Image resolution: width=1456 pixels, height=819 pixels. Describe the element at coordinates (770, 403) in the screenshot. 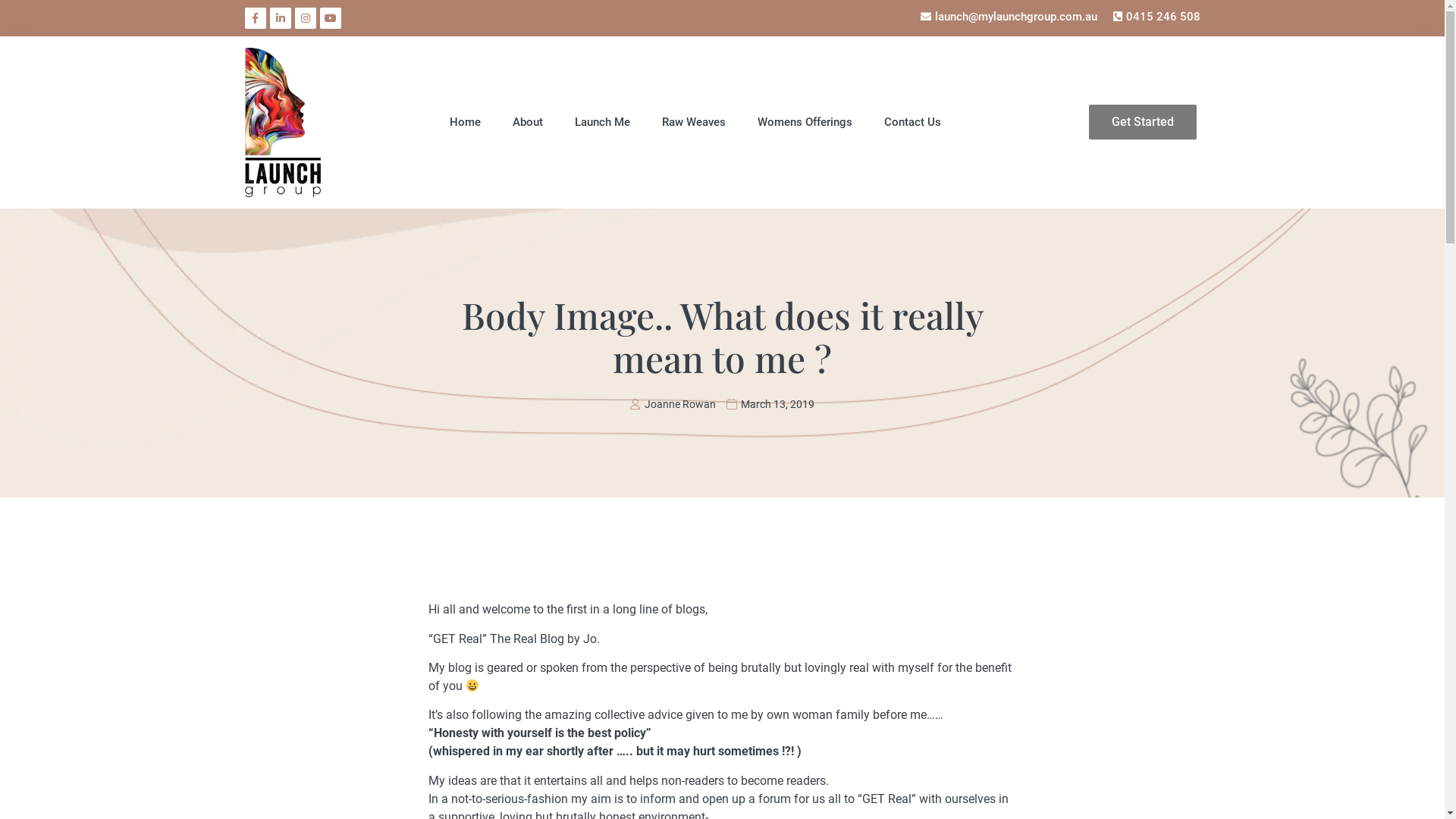

I see `'March 13, 2019'` at that location.